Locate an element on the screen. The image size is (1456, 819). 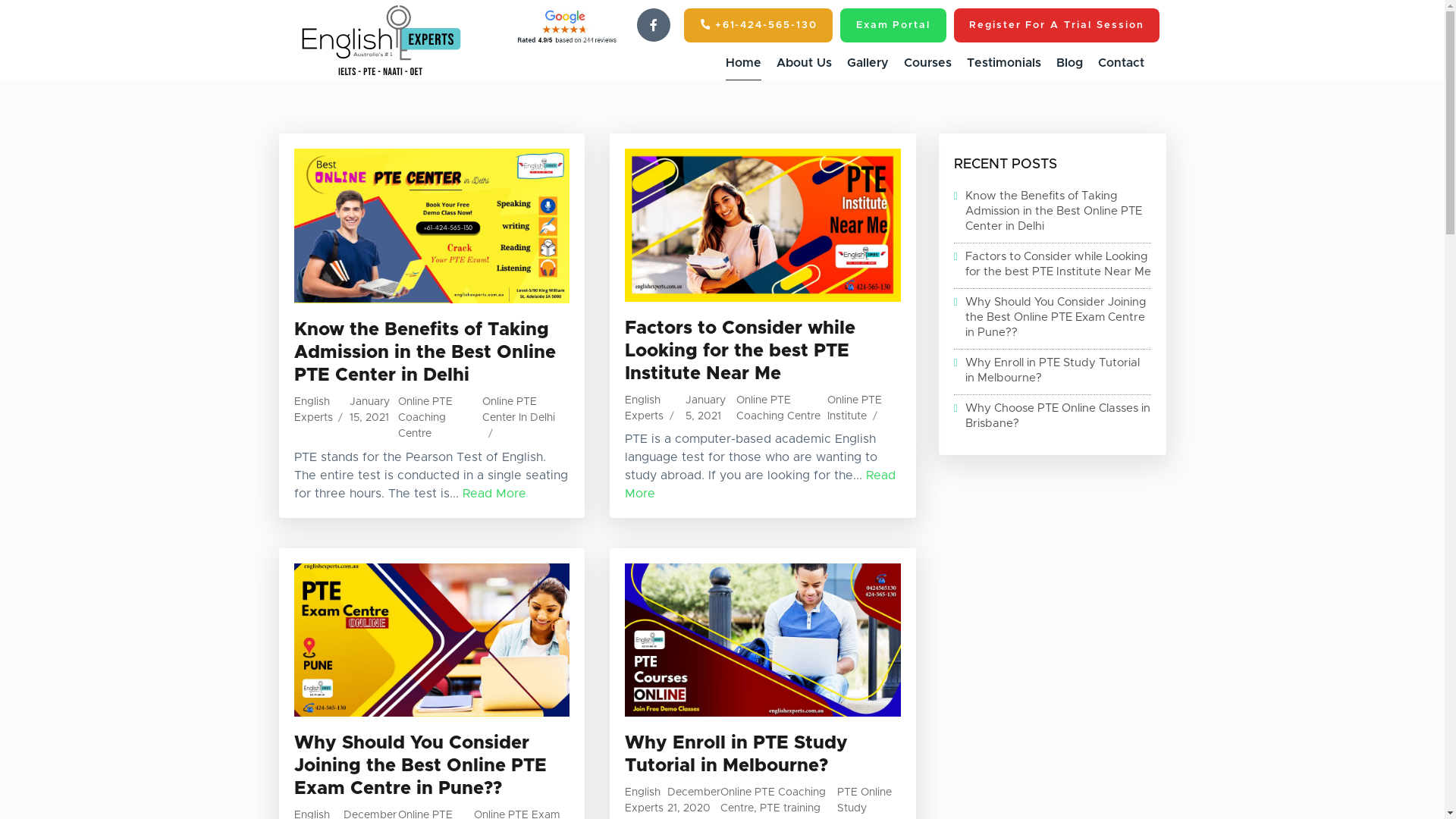
'Gallery' is located at coordinates (867, 62).